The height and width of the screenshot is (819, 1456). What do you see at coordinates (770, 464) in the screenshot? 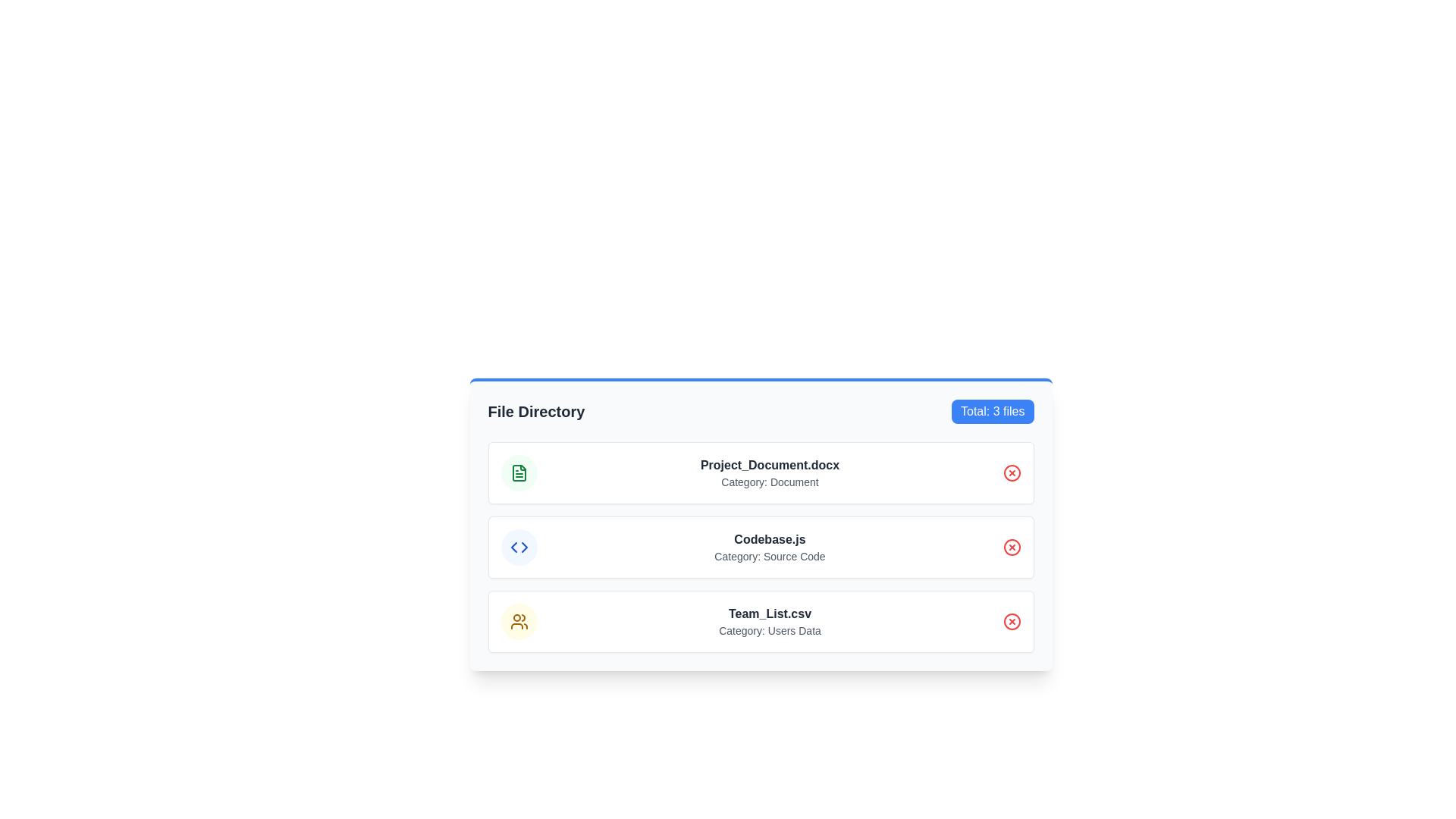
I see `the Text Label that displays the name of a document file, positioned centrally in the first row above 'Category: Document' and adjacent to the file icon and action icon` at bounding box center [770, 464].